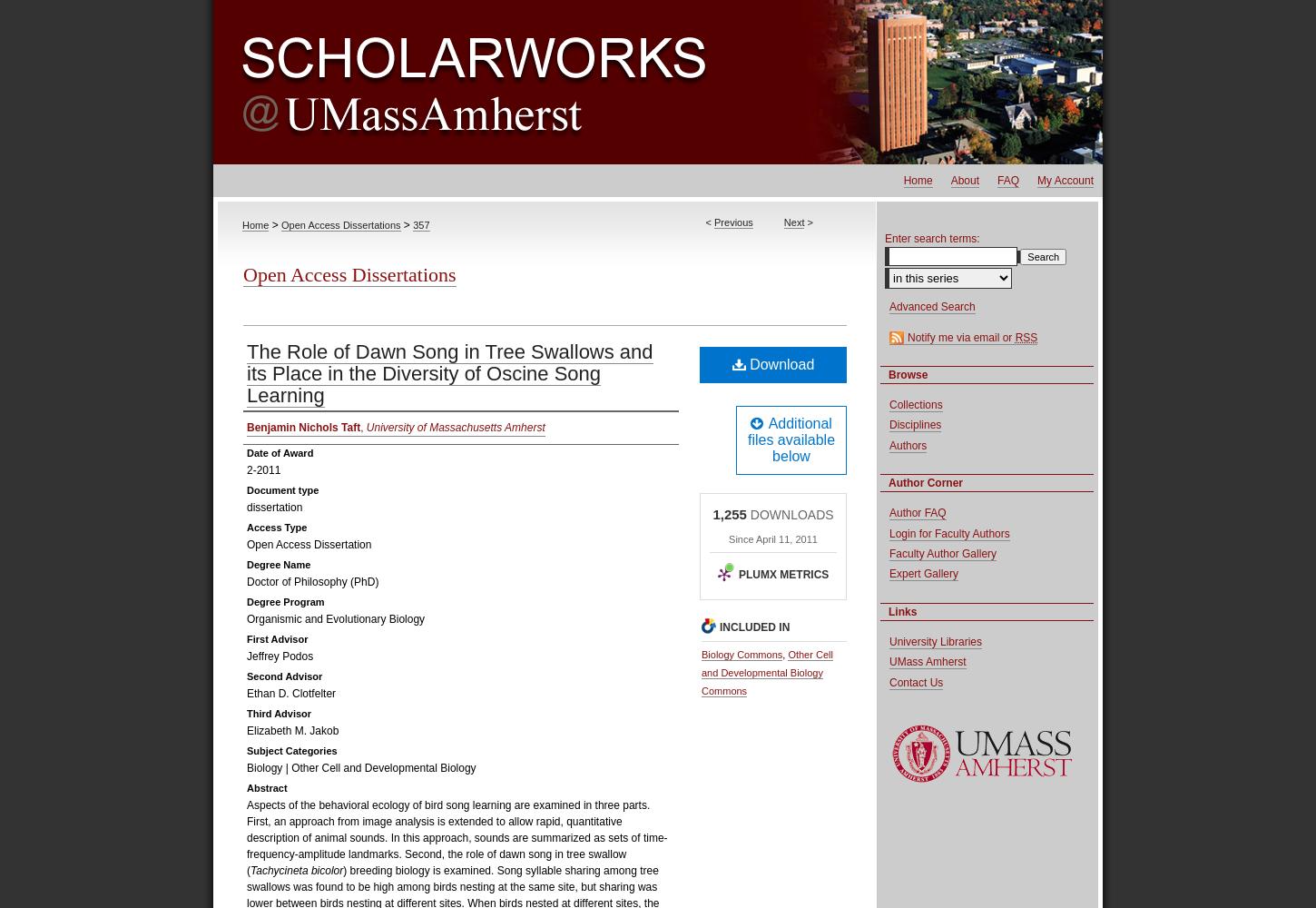 This screenshot has width=1316, height=908. I want to click on 'Access Type', so click(276, 527).